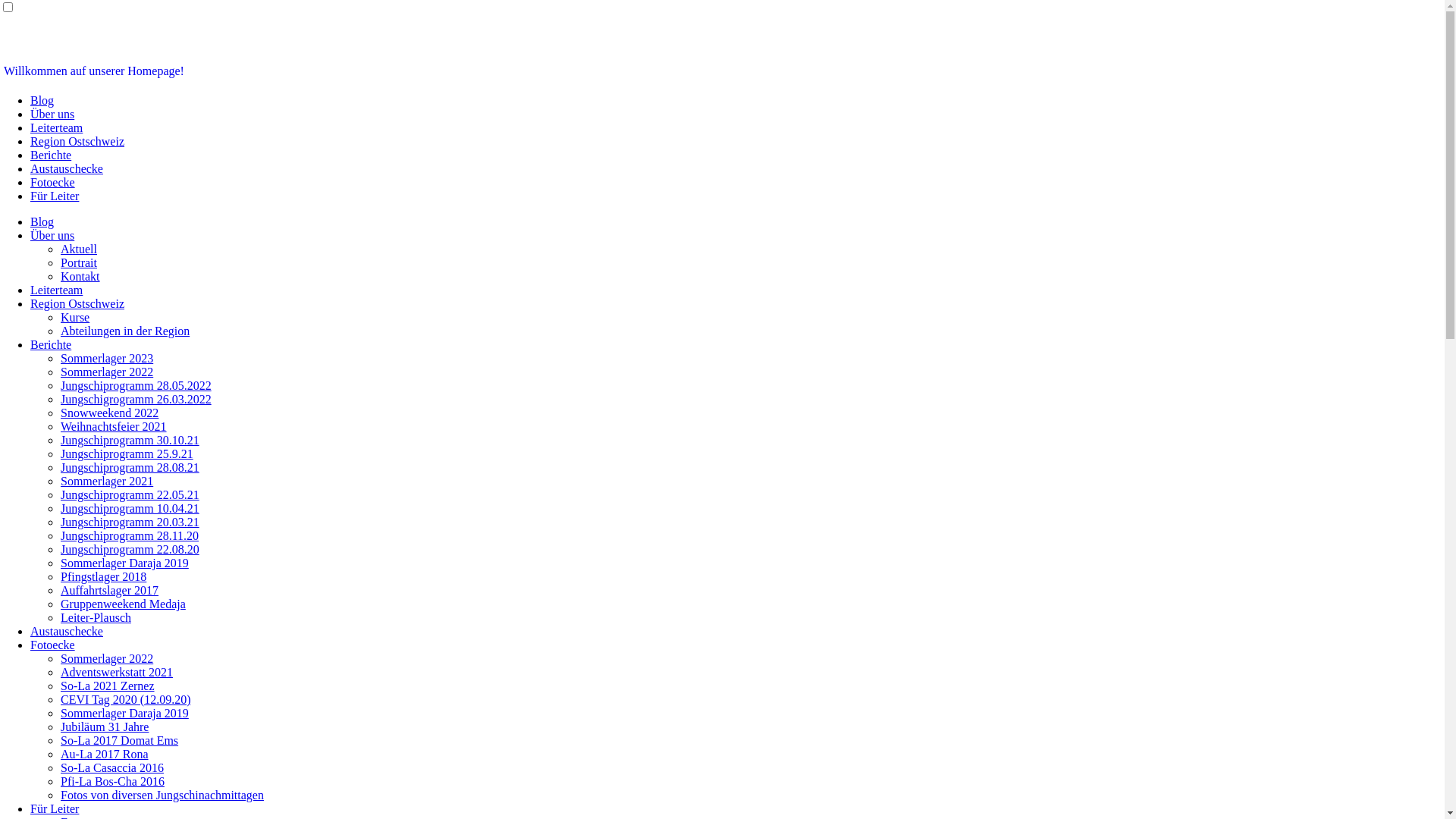 This screenshot has width=1456, height=819. Describe the element at coordinates (105, 358) in the screenshot. I see `'Sommerlager 2023'` at that location.